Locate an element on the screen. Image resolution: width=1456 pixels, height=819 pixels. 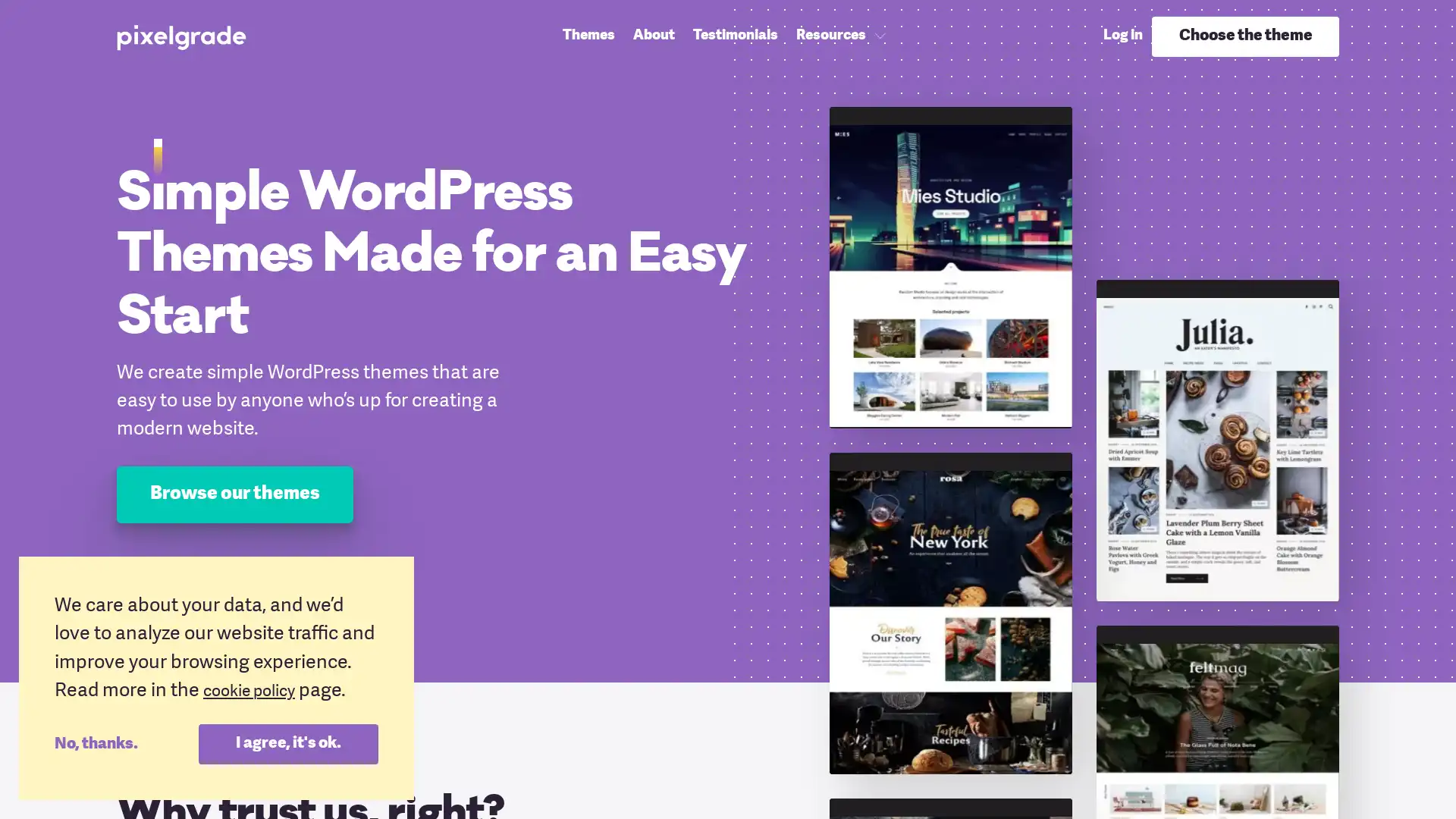
No, thanks. is located at coordinates (126, 742).